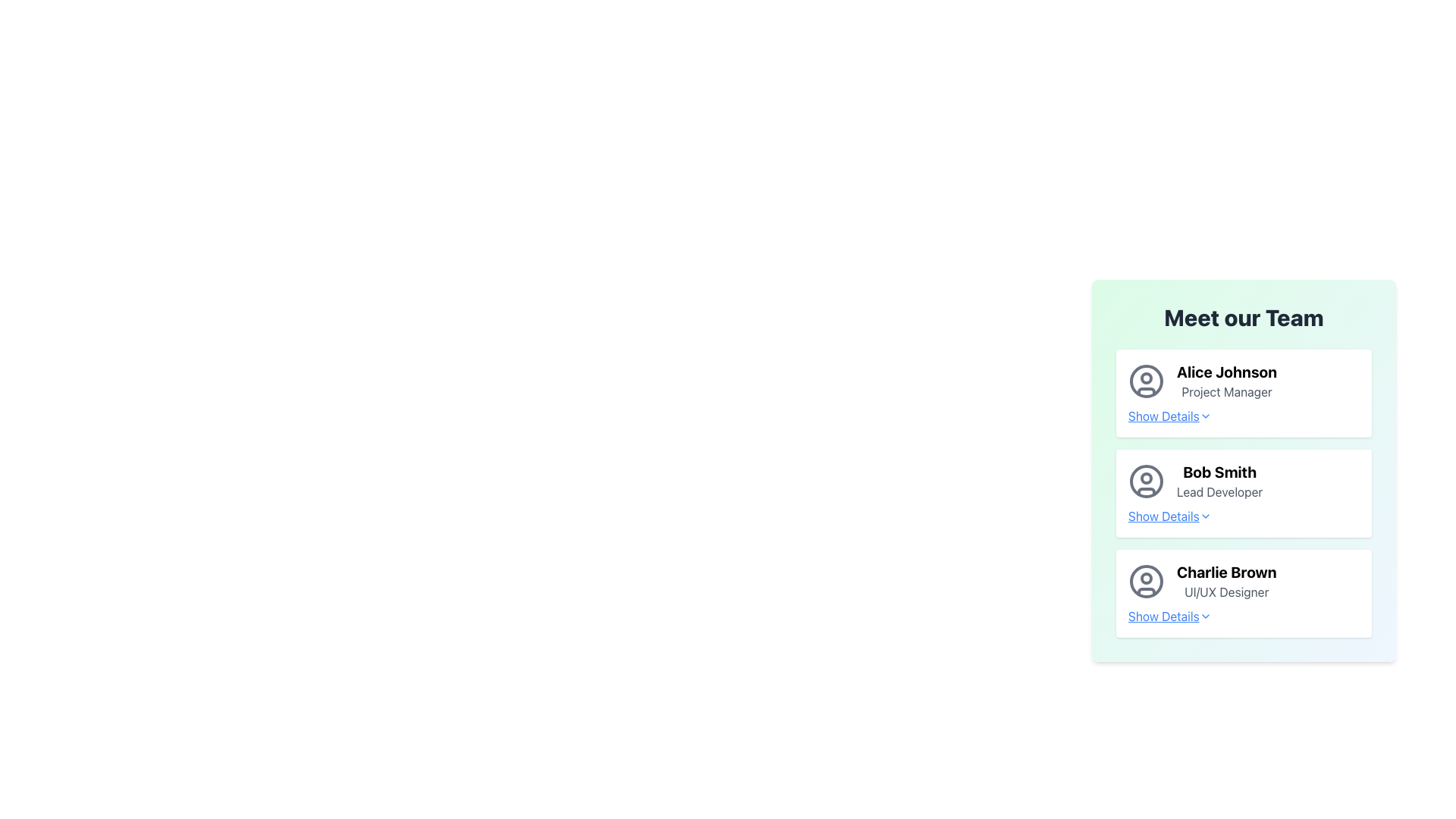  What do you see at coordinates (1226, 391) in the screenshot?
I see `the text label displaying 'Project Manager' in gray font, which is located below 'Alice Johnson' in the card layout under the heading 'Meet our Team'` at bounding box center [1226, 391].